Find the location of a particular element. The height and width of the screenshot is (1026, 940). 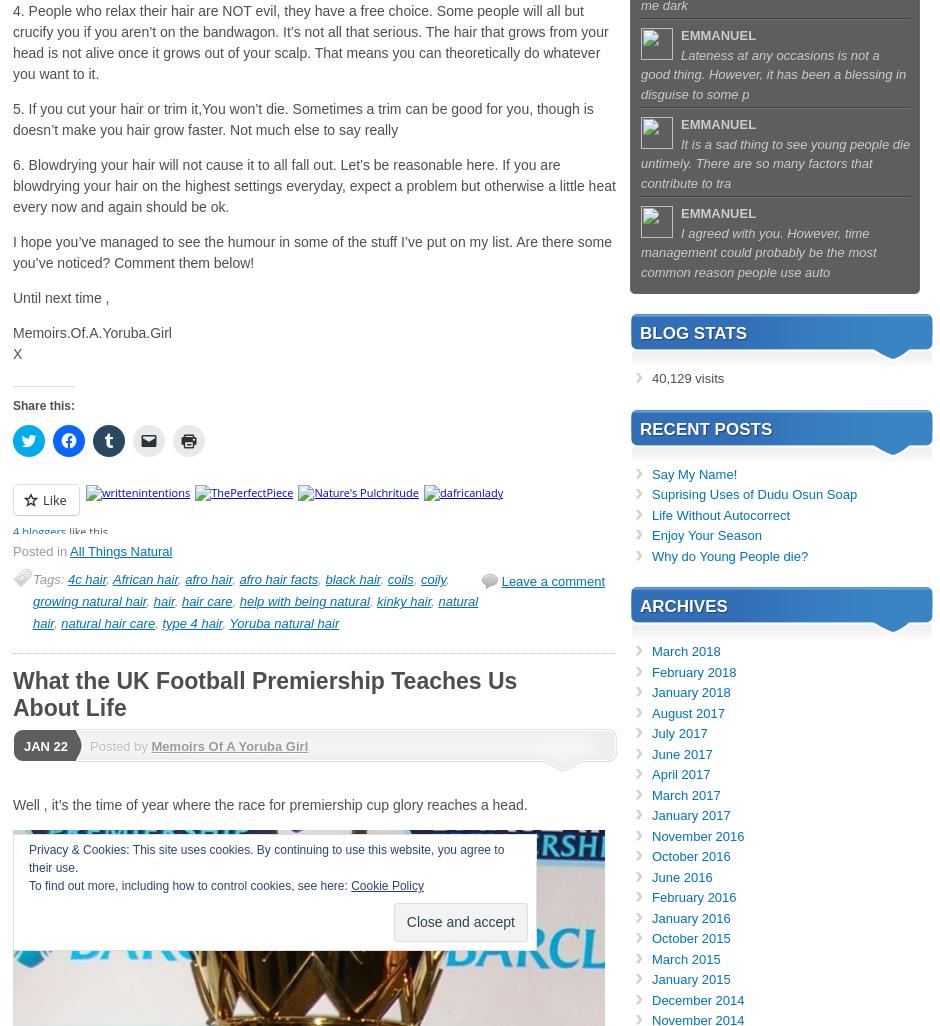

'kinky hair' is located at coordinates (404, 600).